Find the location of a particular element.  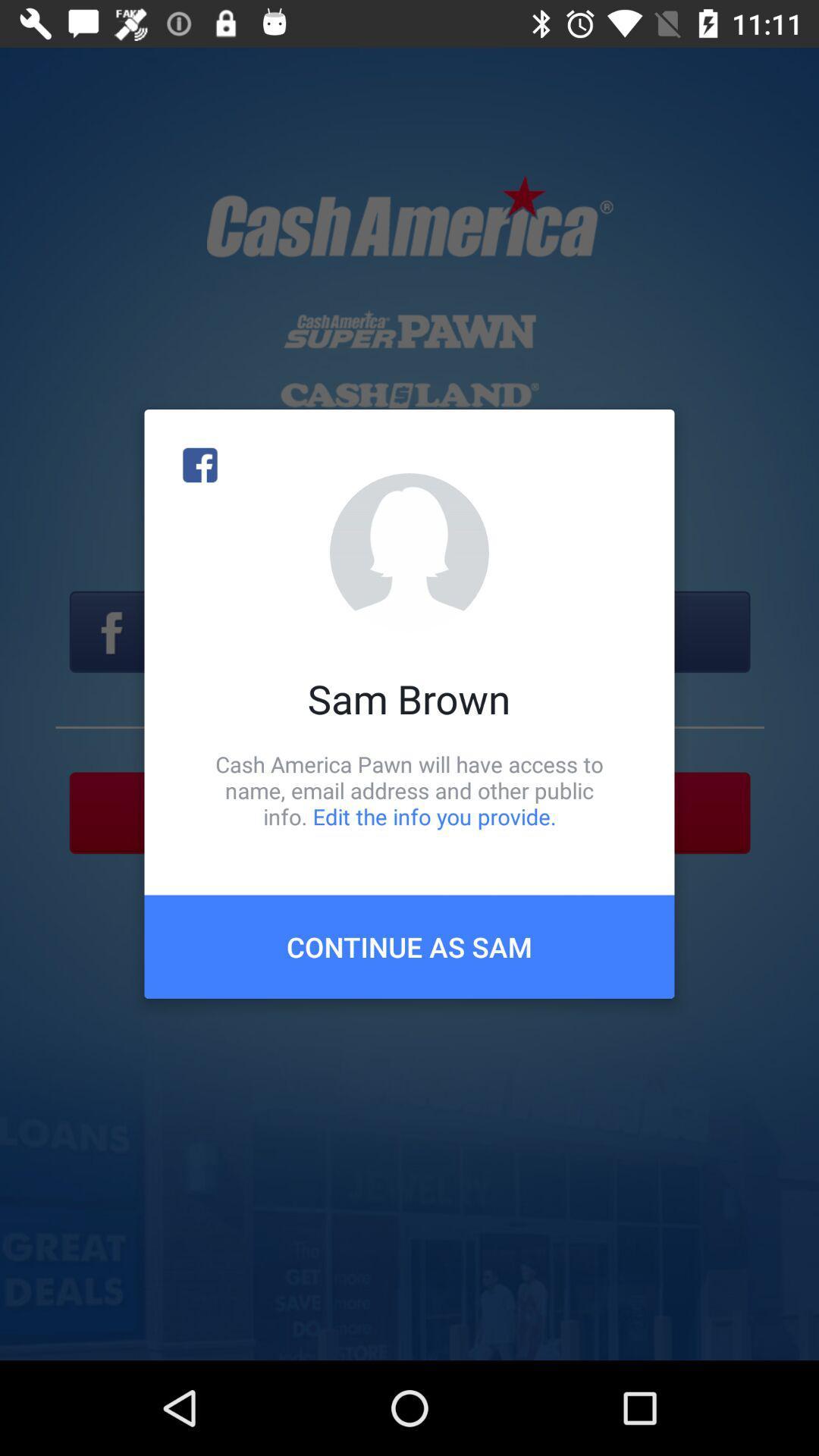

the icon above continue as sam item is located at coordinates (409, 789).